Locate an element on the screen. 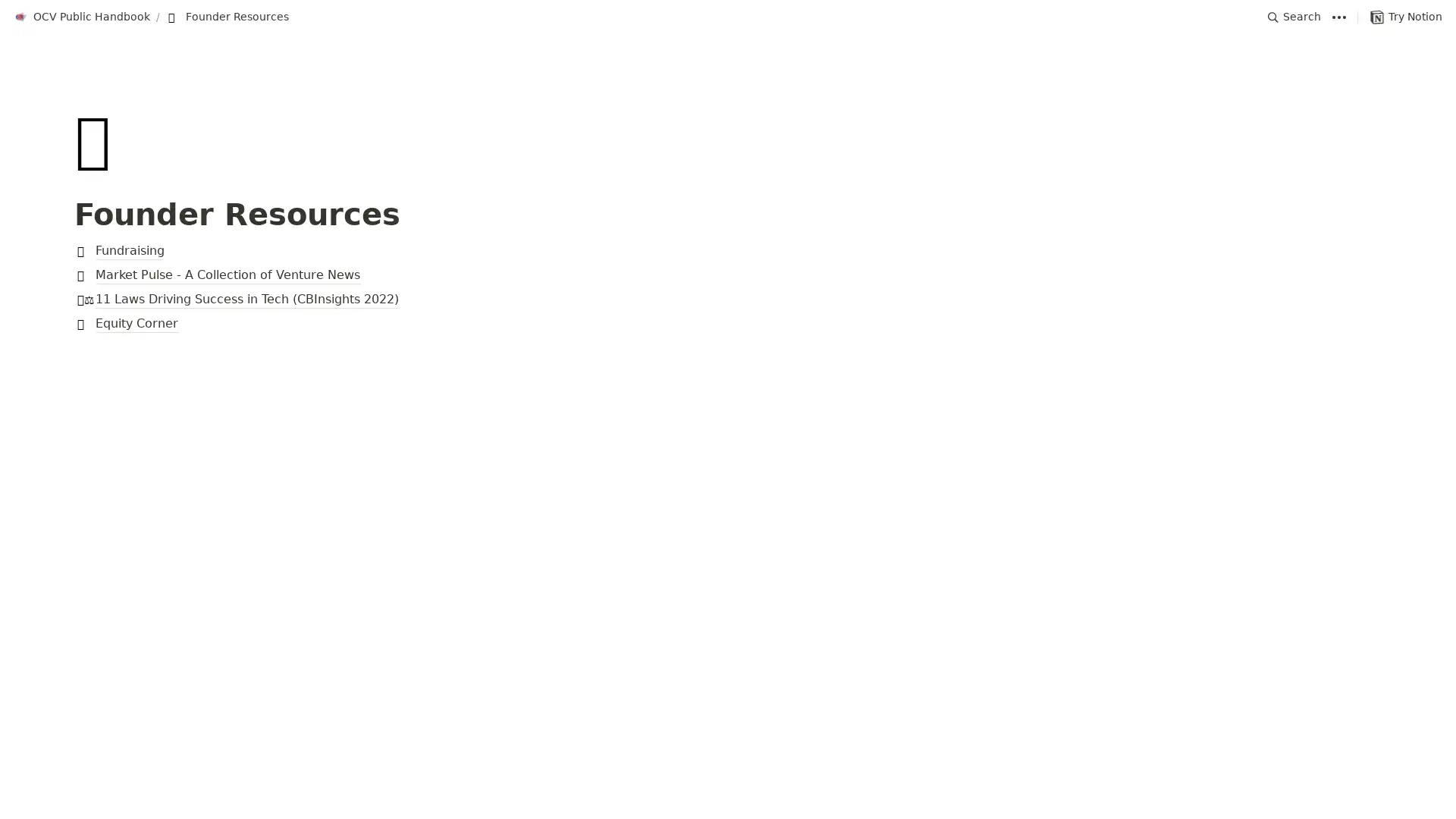 Image resolution: width=1456 pixels, height=819 pixels. Fundraising is located at coordinates (728, 250).